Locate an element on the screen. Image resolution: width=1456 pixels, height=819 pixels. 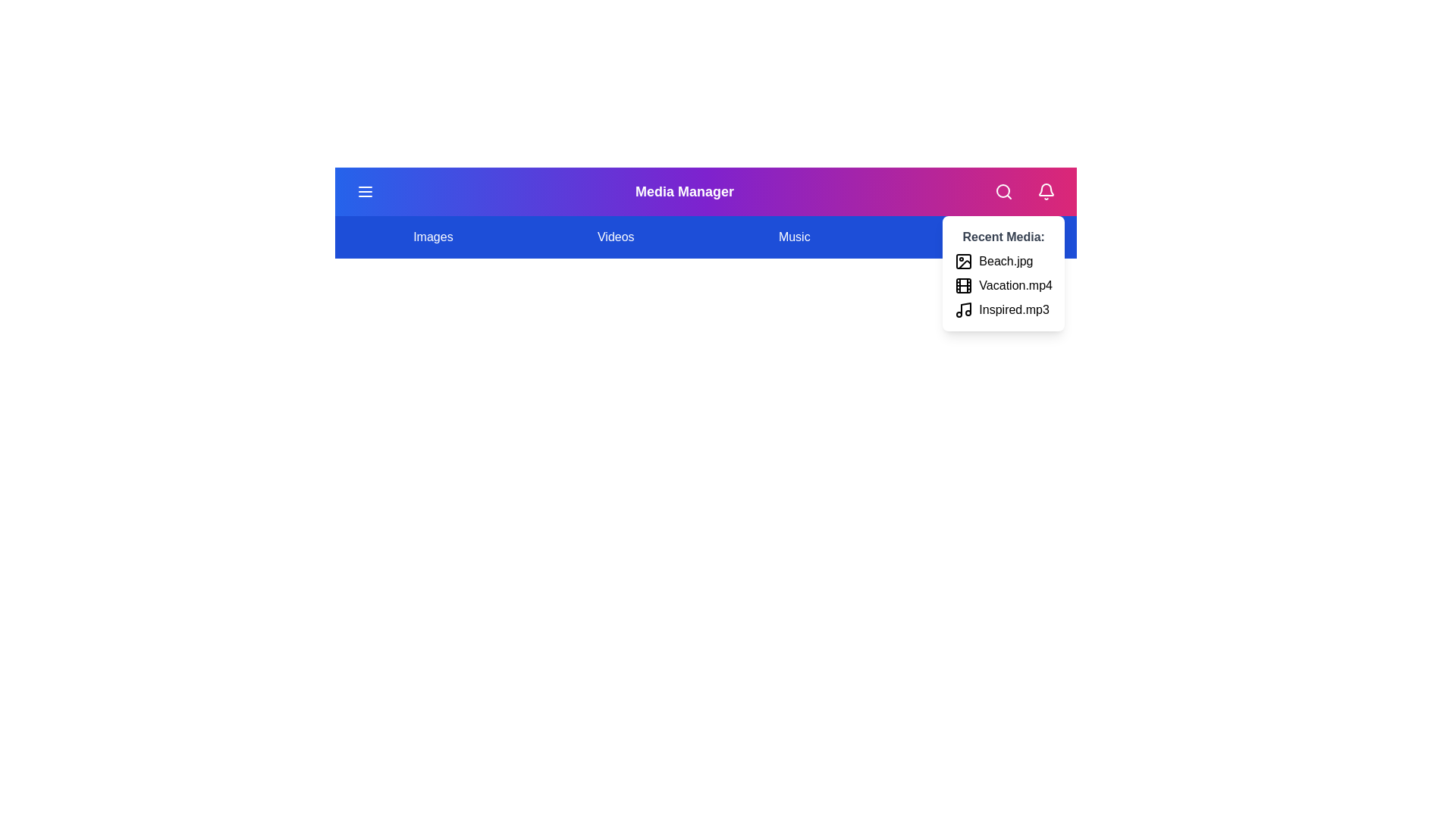
the media item Vacation.mp4 from the recent media list is located at coordinates (963, 286).